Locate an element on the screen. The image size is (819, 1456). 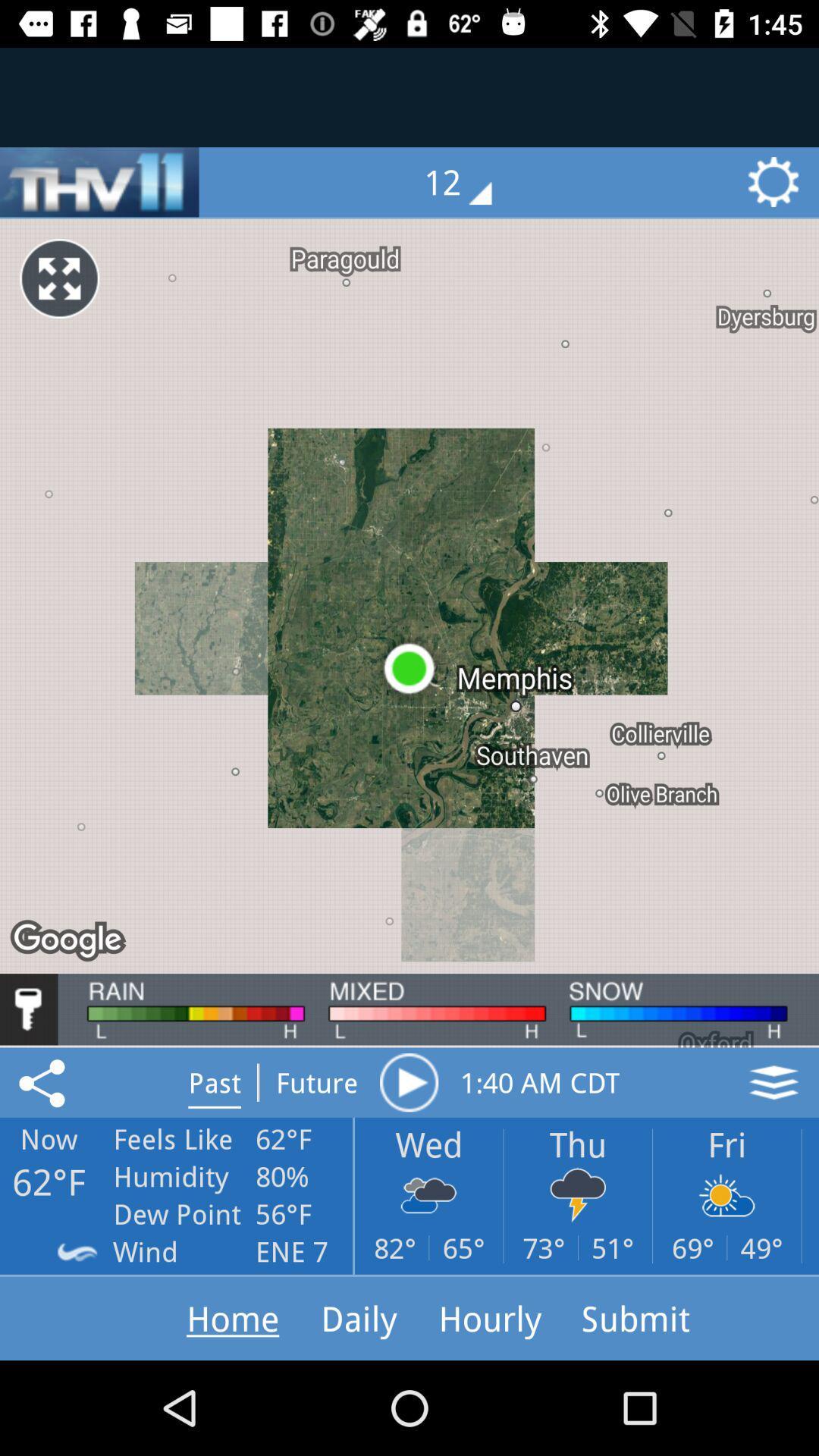
the share icon is located at coordinates (44, 1081).